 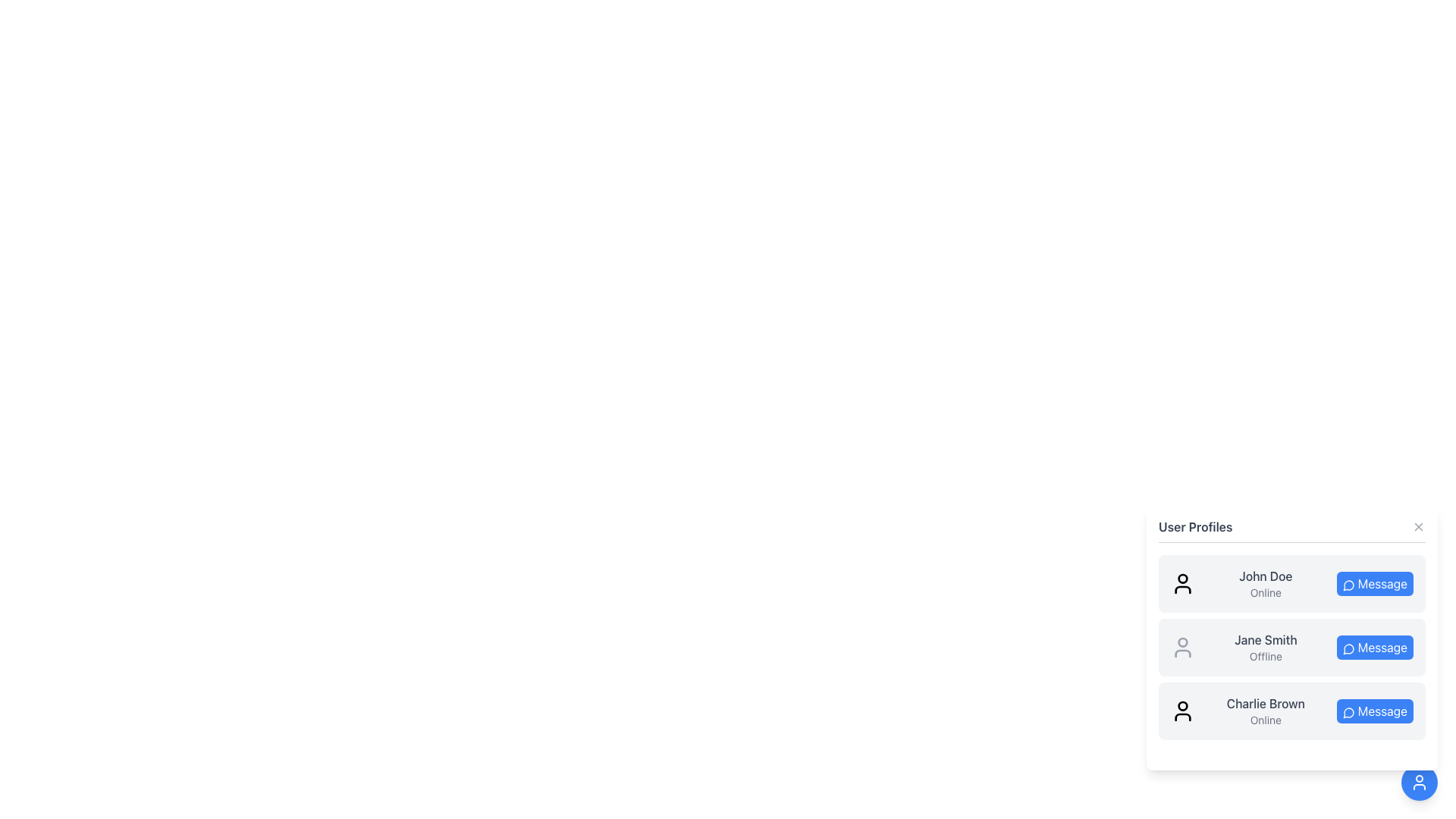 What do you see at coordinates (1418, 526) in the screenshot?
I see `the close button located at the top-right corner of the 'User Profiles' section` at bounding box center [1418, 526].